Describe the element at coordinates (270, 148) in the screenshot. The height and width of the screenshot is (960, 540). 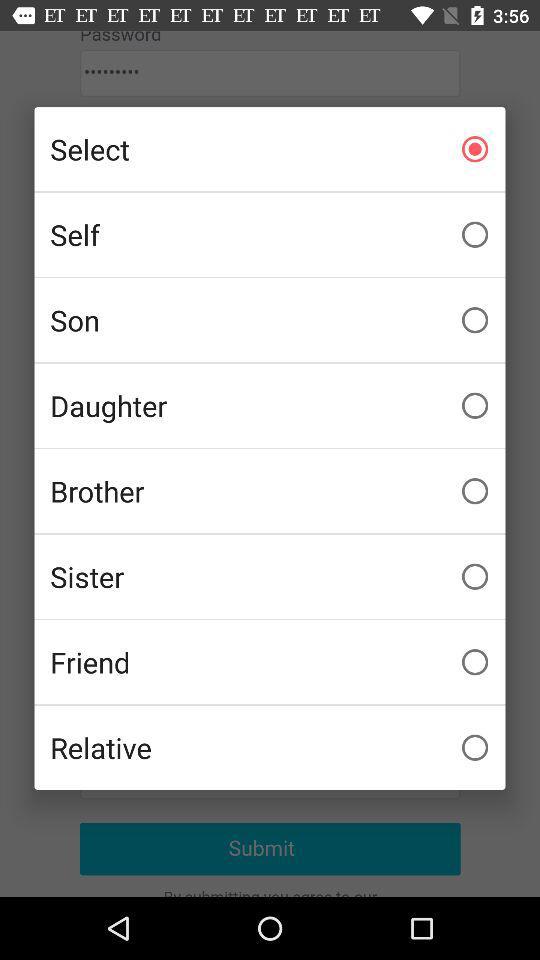
I see `select checkbox` at that location.